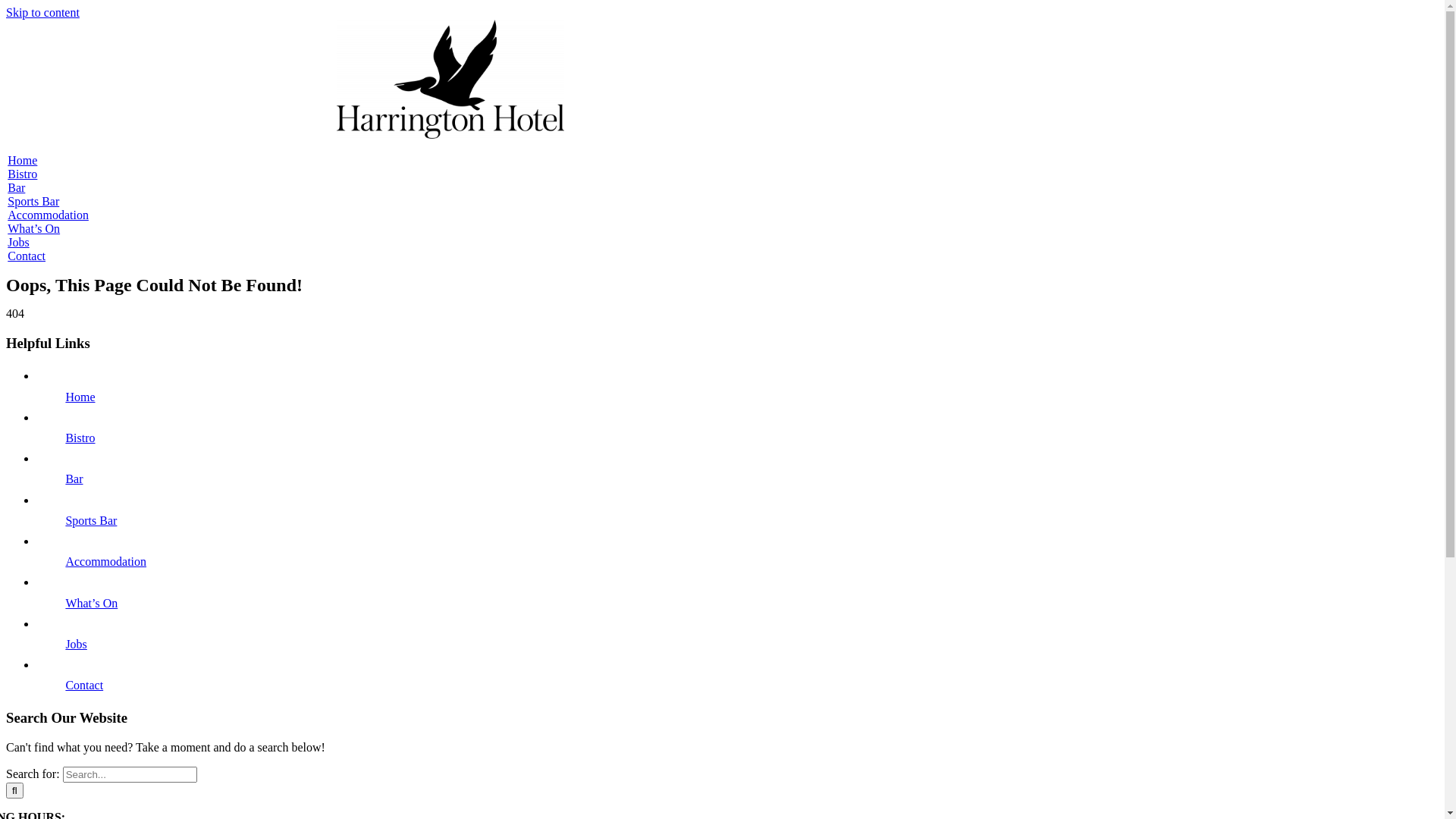  What do you see at coordinates (6, 12) in the screenshot?
I see `'Skip to content'` at bounding box center [6, 12].